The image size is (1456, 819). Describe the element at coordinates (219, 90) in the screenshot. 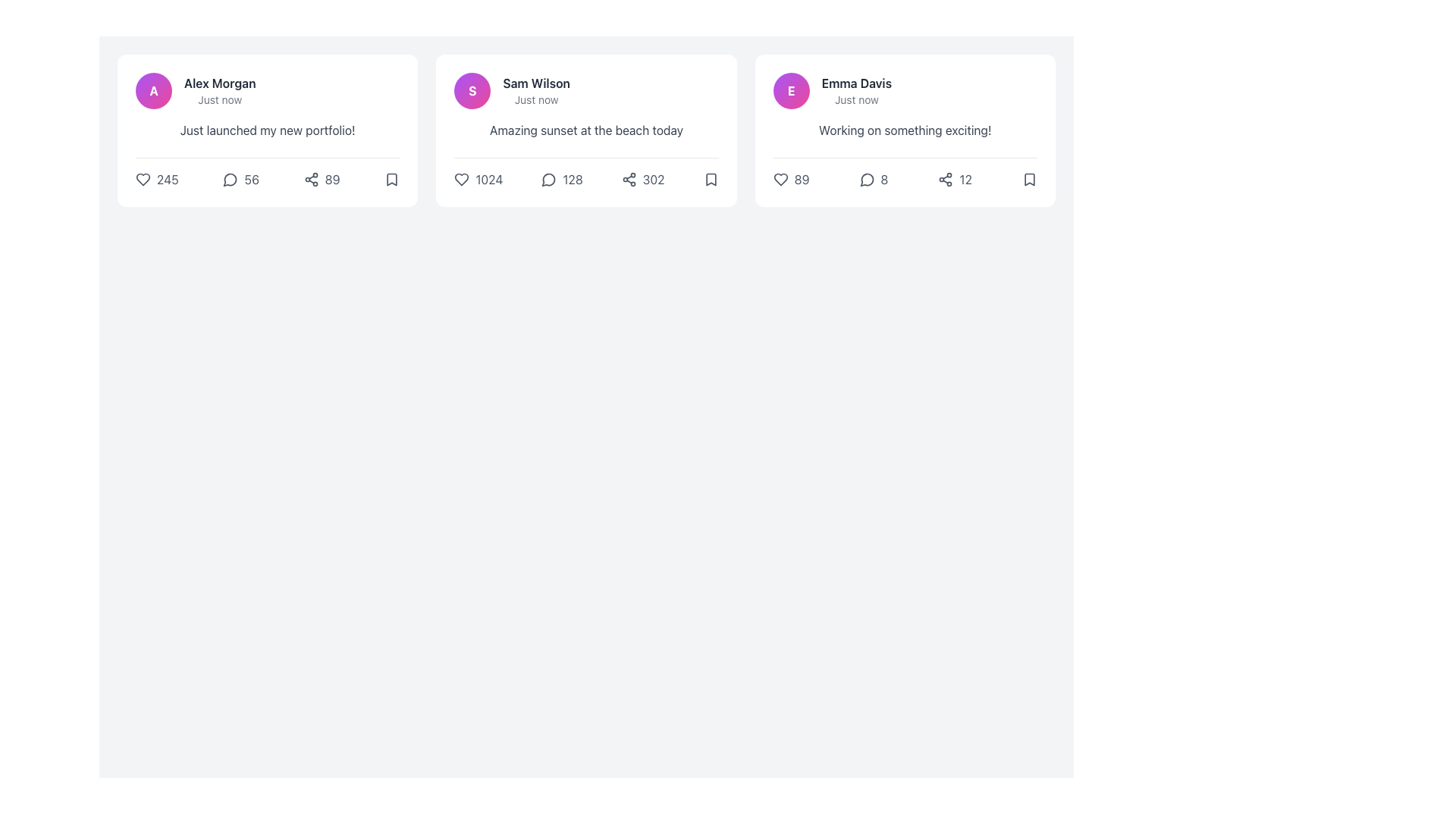

I see `the Text display element that shows a name in bold and a timestamp in smaller text, located at the topmost area of the card on the leftmost side of a row of cards` at that location.